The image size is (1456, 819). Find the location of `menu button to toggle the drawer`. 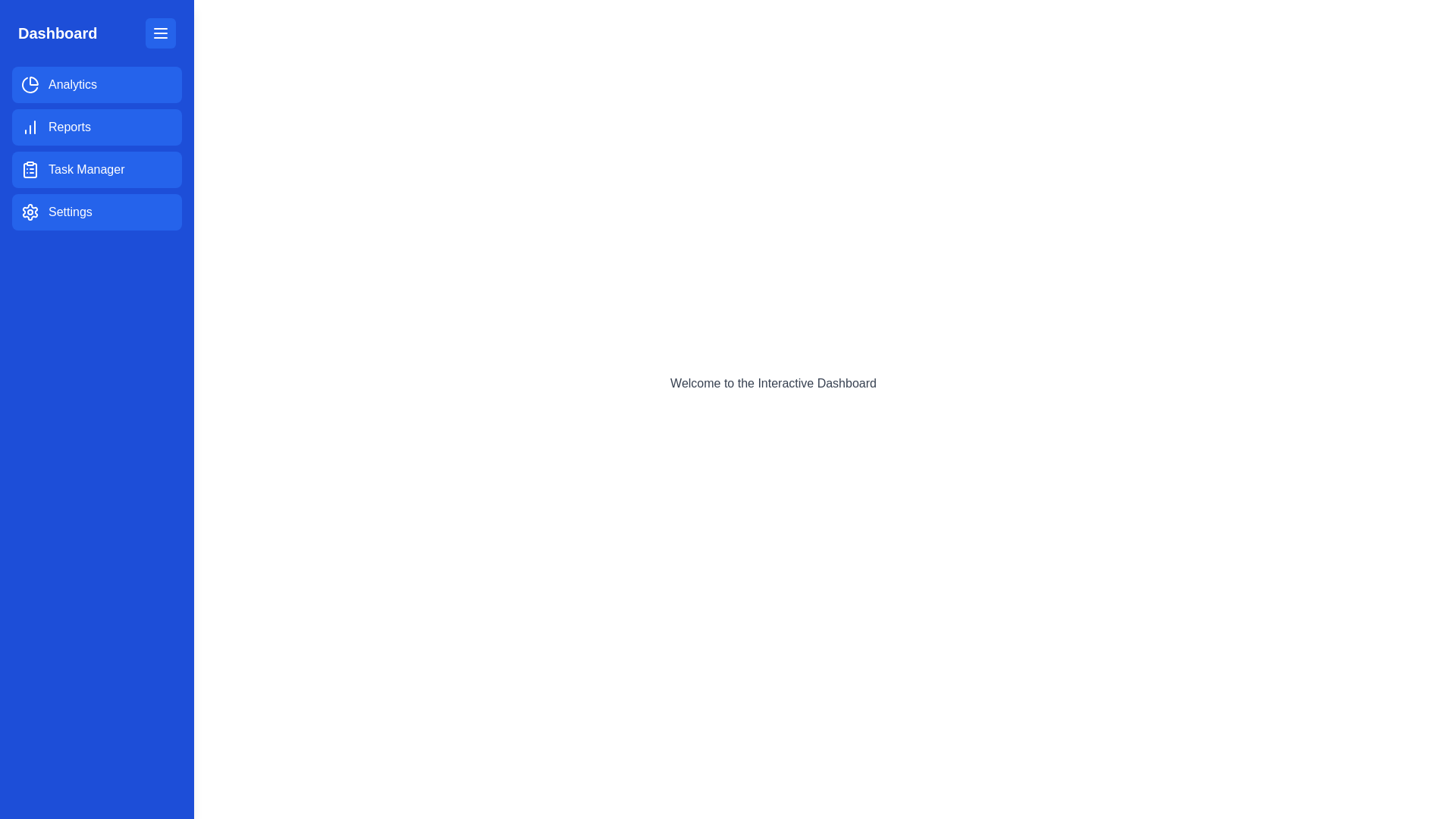

menu button to toggle the drawer is located at coordinates (160, 33).